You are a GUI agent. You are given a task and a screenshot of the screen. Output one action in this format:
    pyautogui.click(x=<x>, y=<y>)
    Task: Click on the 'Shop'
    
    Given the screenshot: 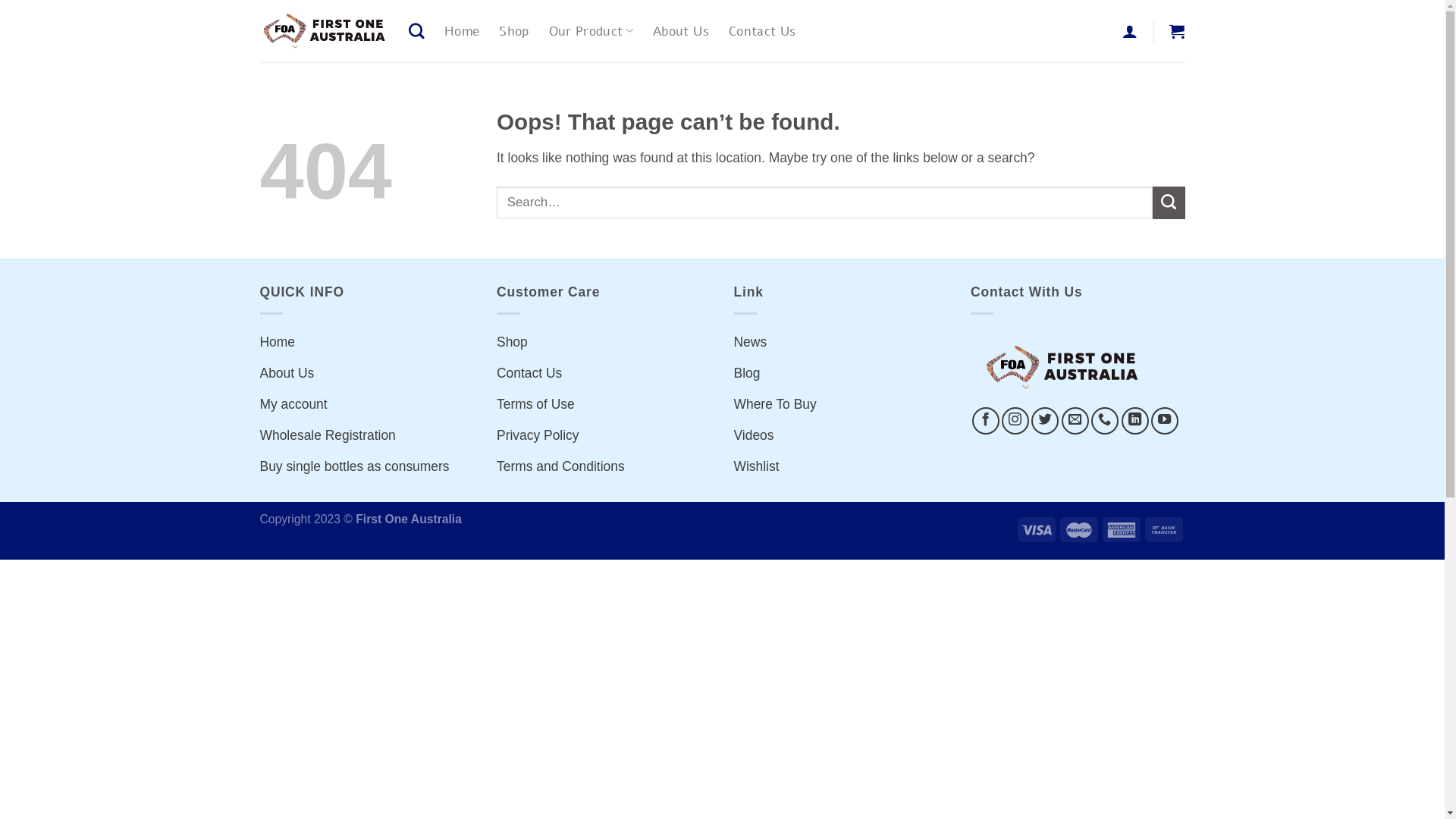 What is the action you would take?
    pyautogui.click(x=513, y=31)
    